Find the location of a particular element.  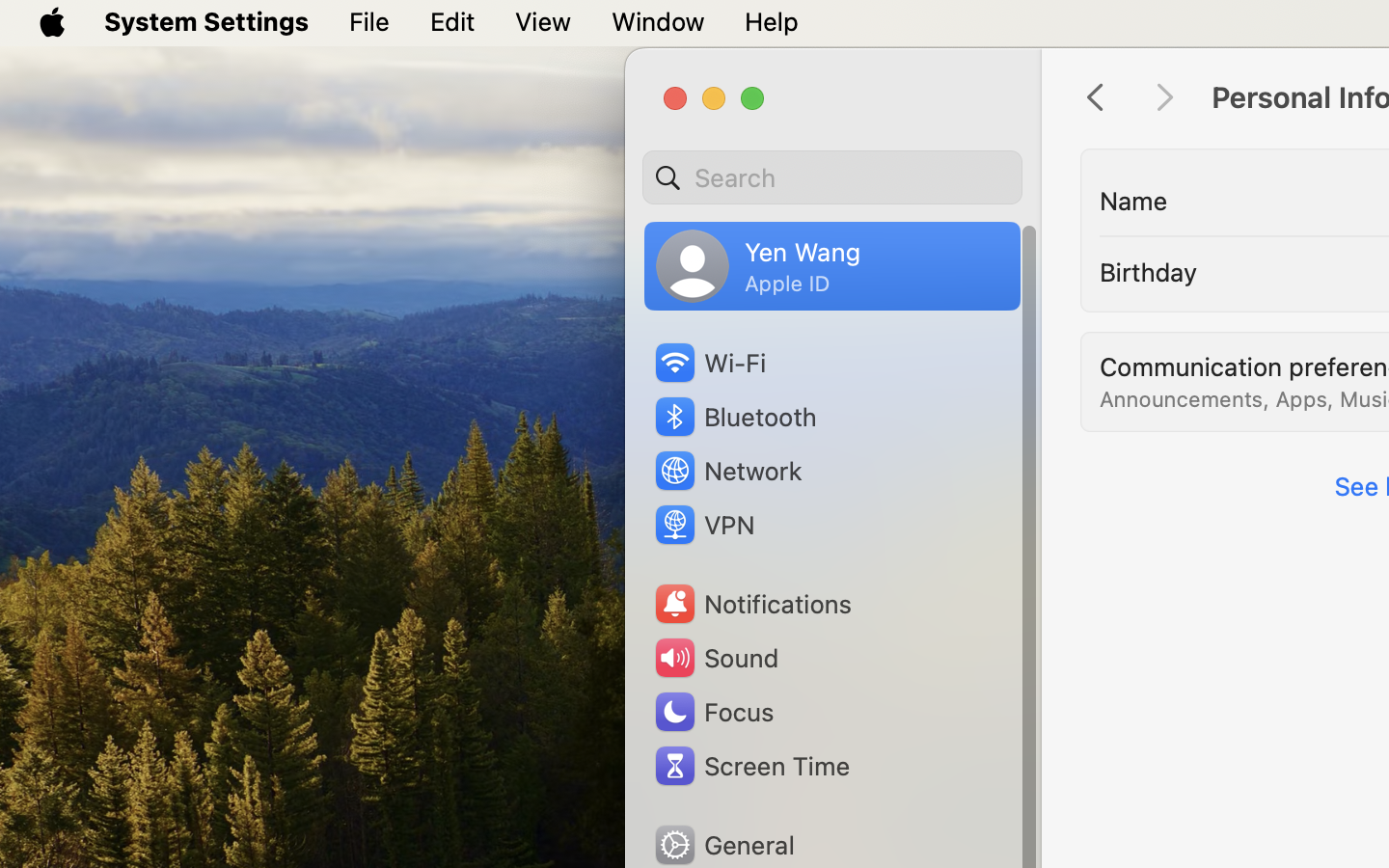

'Network' is located at coordinates (725, 469).